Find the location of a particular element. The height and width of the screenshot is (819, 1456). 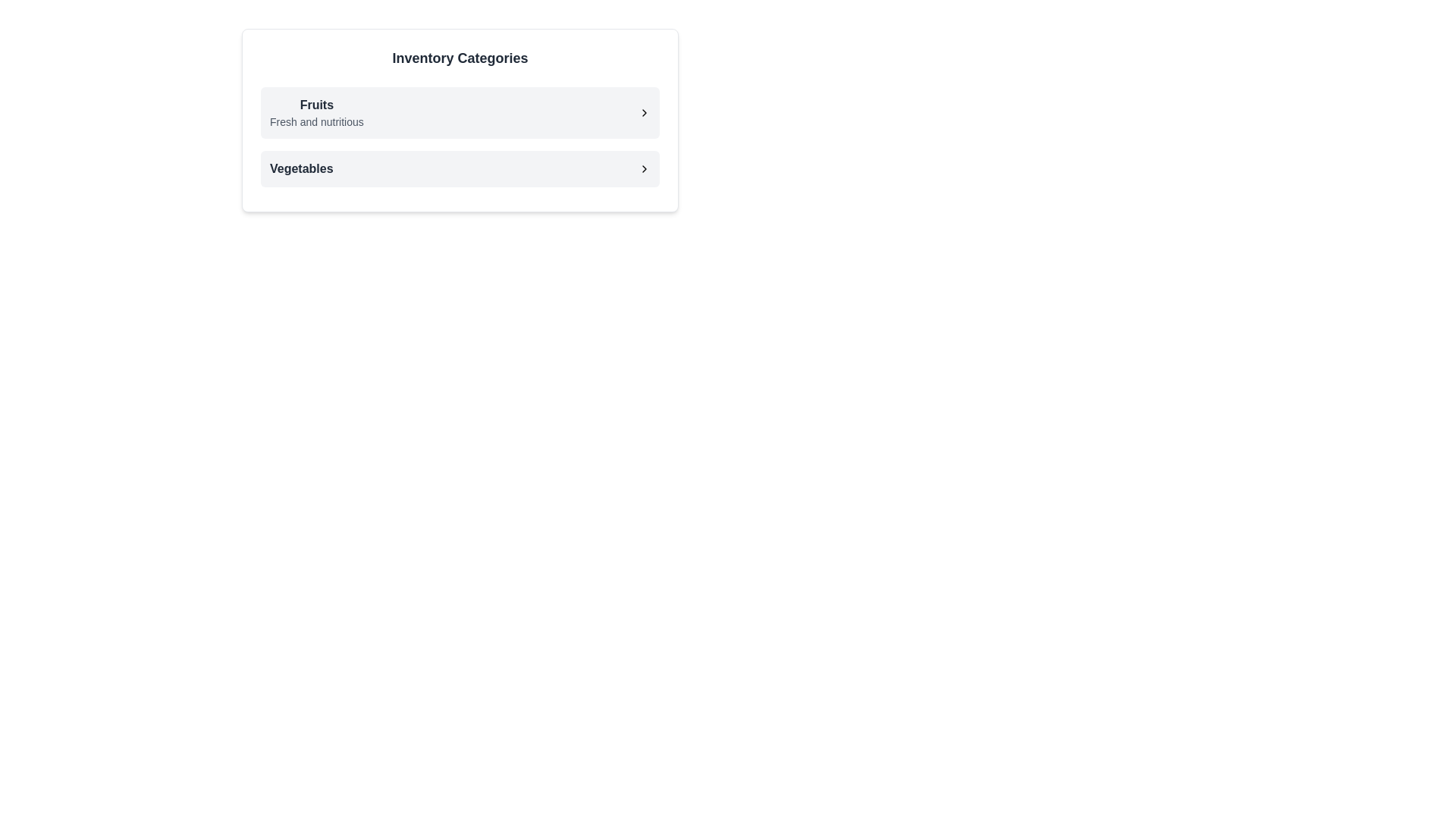

the navigation indicator icon for the 'Fruits' category in the 'Inventory Categories' section is located at coordinates (644, 112).